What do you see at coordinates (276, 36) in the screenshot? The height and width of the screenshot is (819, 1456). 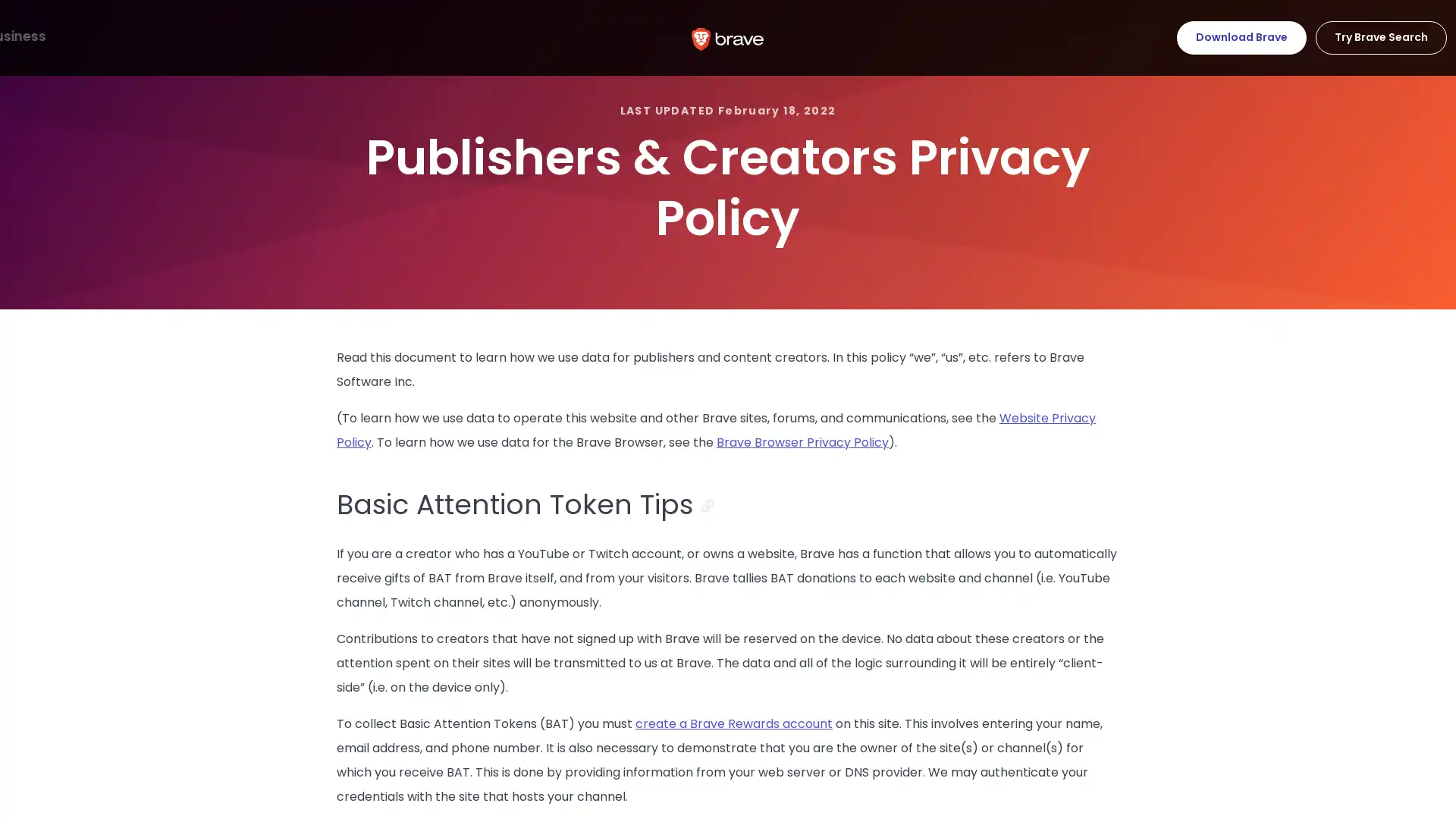 I see `Resources` at bounding box center [276, 36].